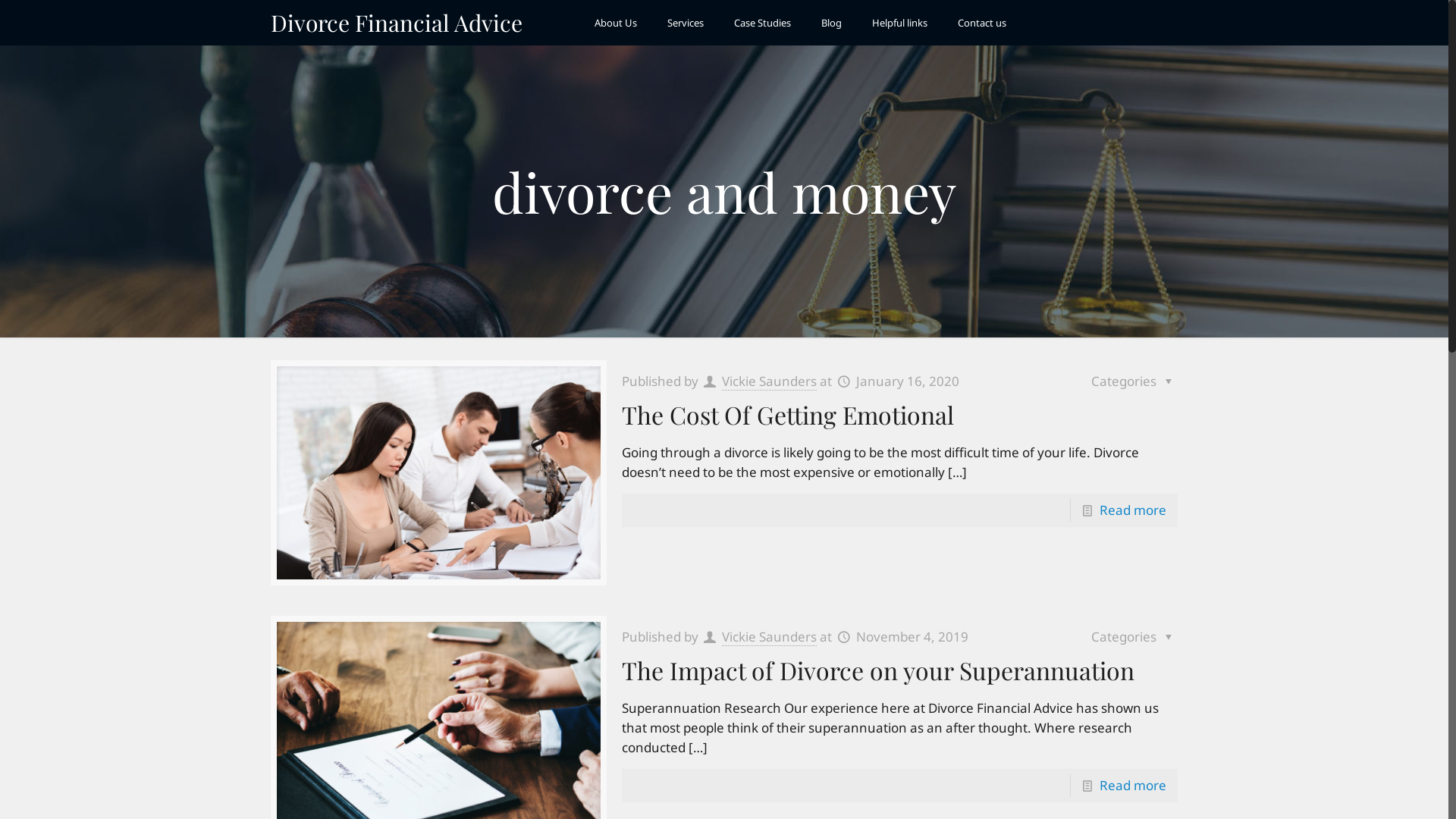  I want to click on 'Helpful links', so click(899, 23).